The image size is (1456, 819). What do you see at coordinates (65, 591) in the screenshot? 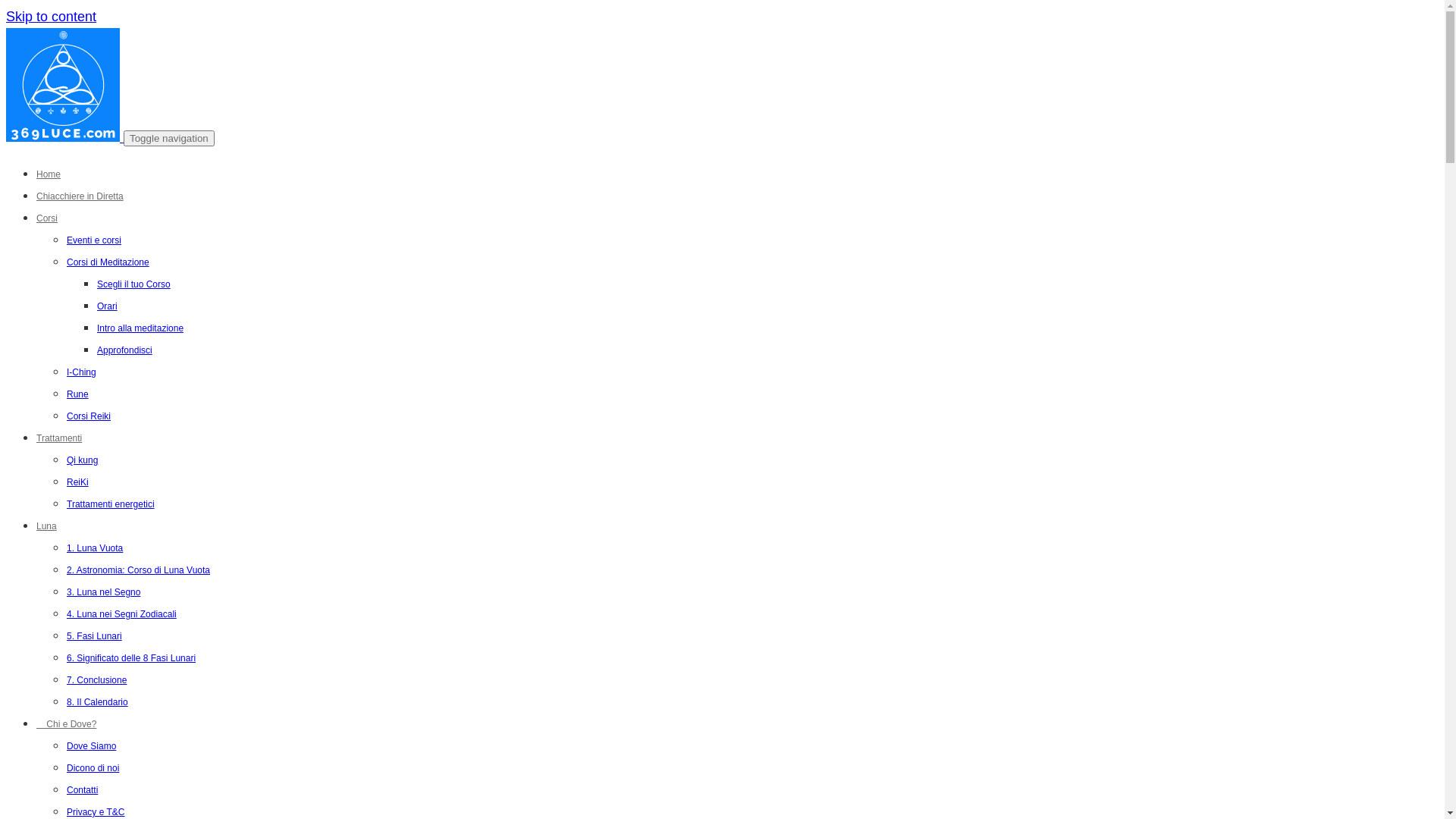
I see `'3. Luna nel Segno'` at bounding box center [65, 591].